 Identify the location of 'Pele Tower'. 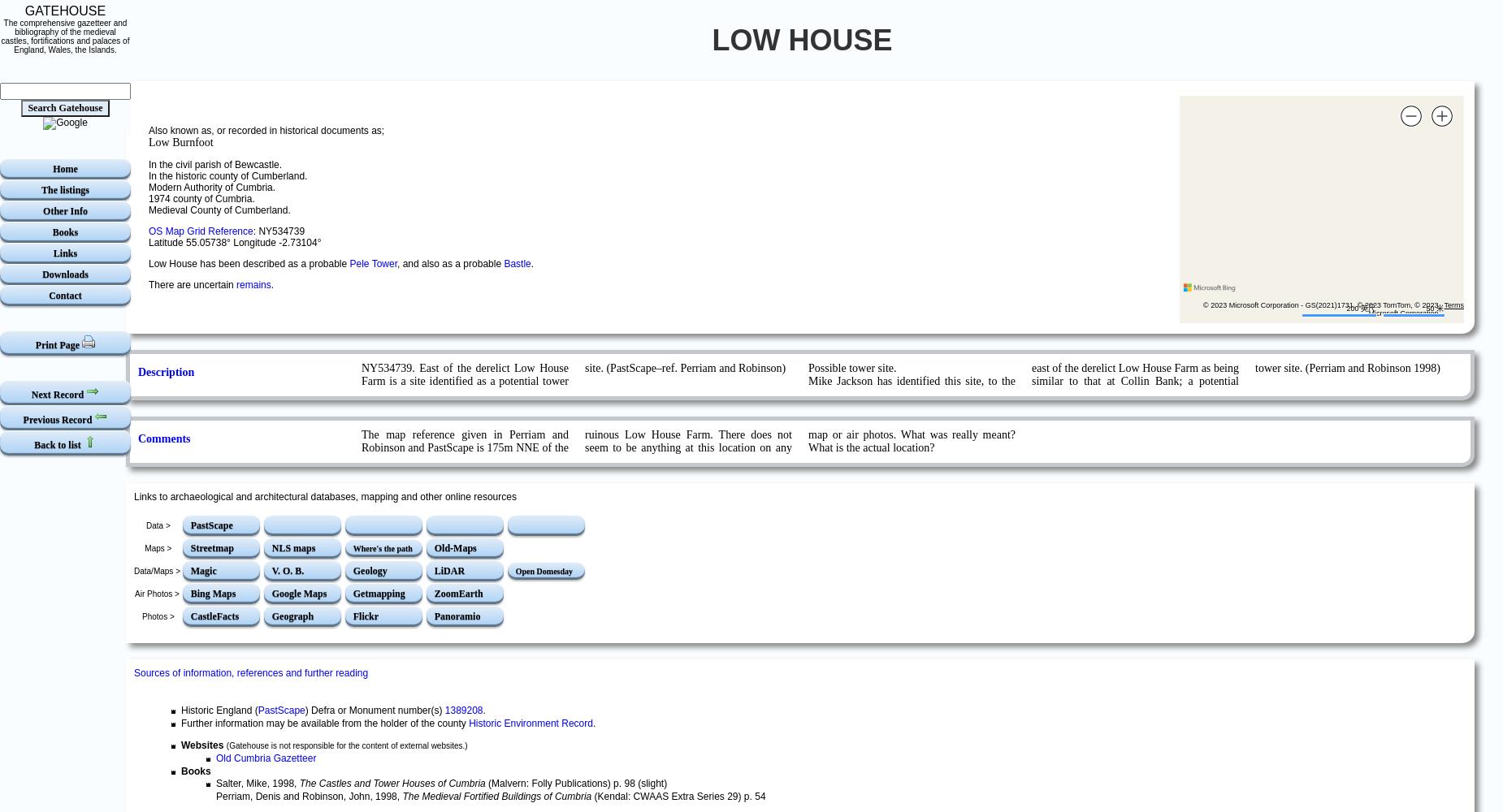
(371, 262).